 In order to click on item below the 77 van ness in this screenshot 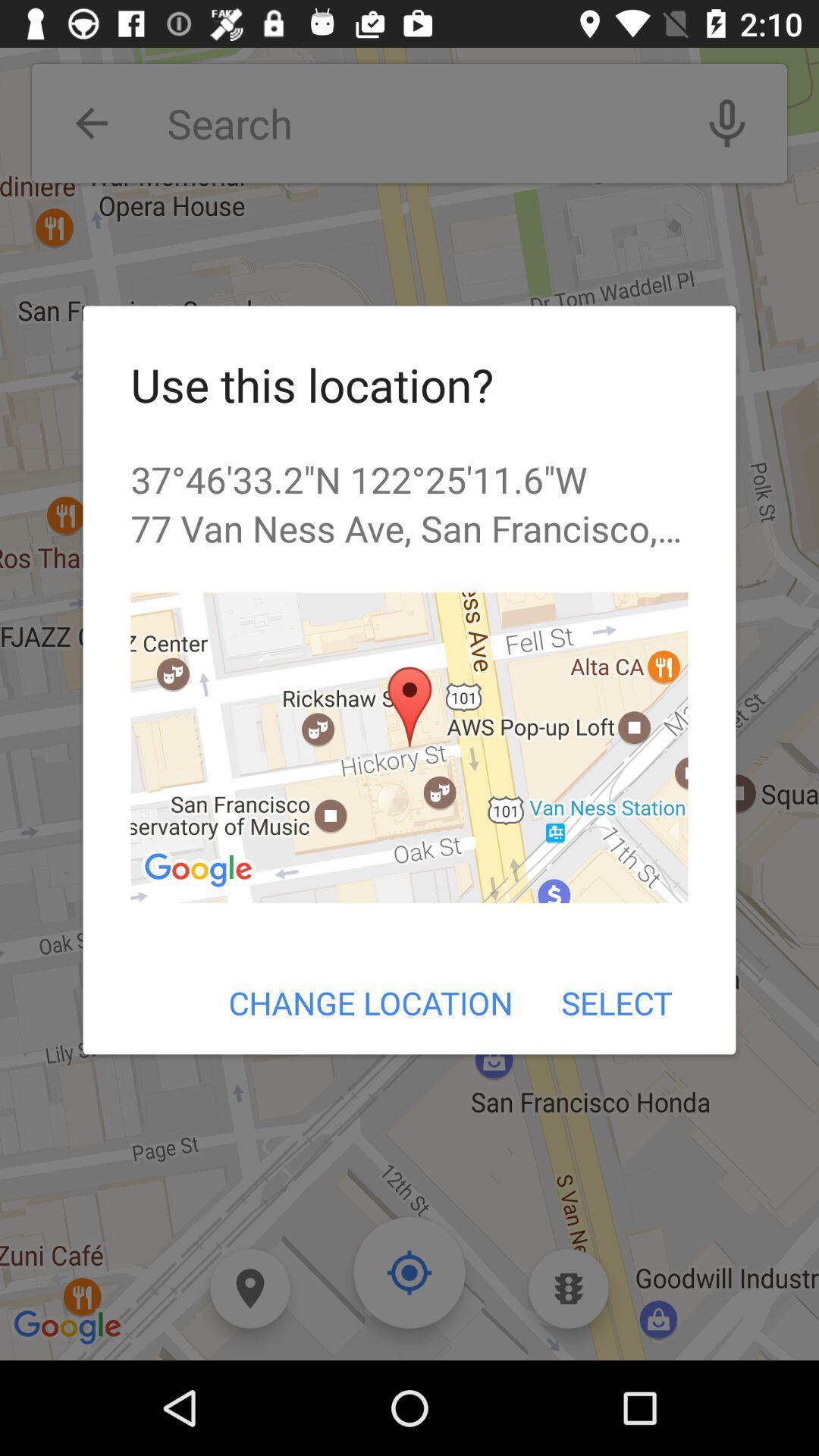, I will do `click(409, 748)`.